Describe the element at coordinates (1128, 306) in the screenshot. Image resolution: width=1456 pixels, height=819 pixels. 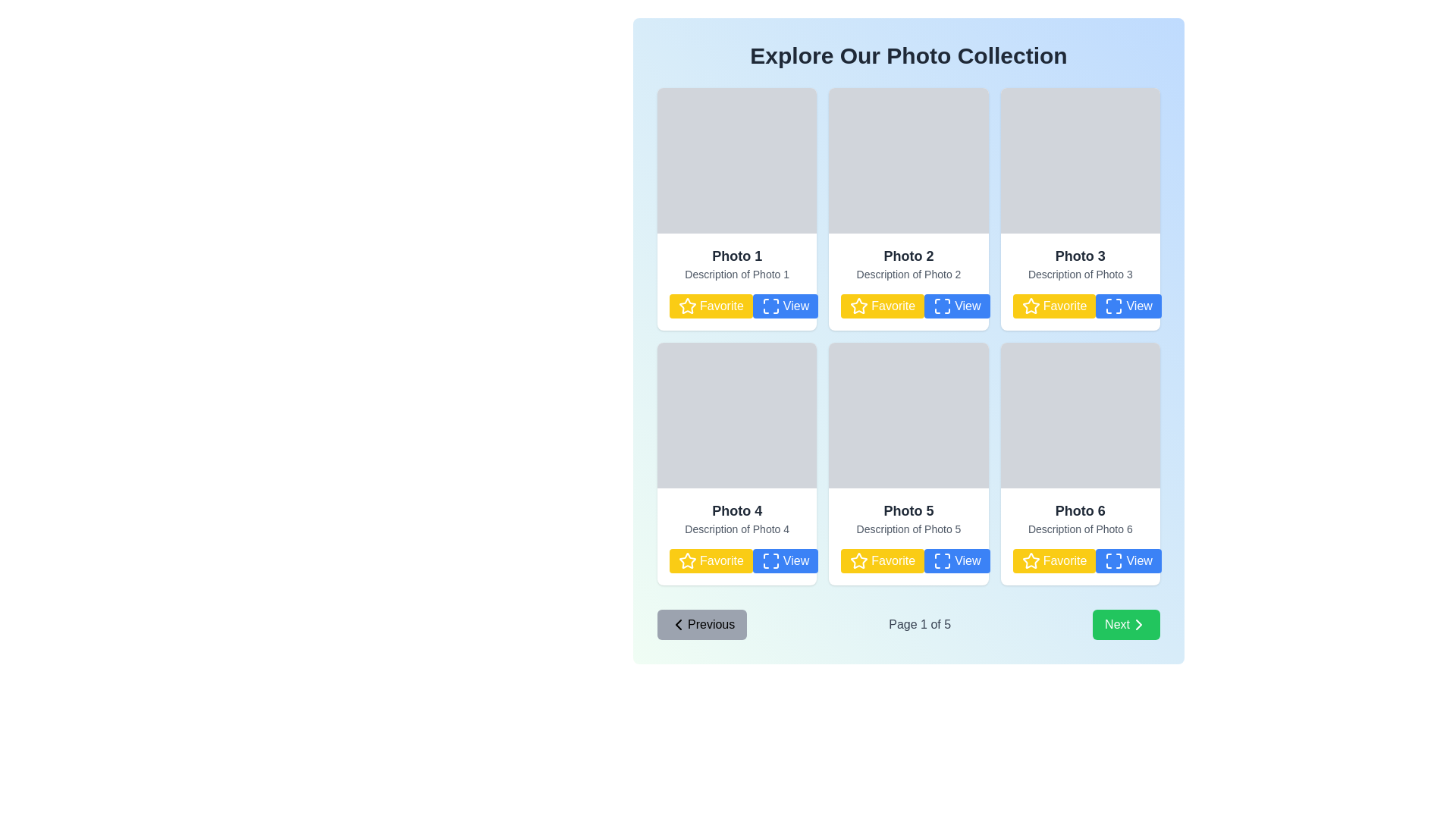
I see `the 'View' button with a blue background and white text` at that location.